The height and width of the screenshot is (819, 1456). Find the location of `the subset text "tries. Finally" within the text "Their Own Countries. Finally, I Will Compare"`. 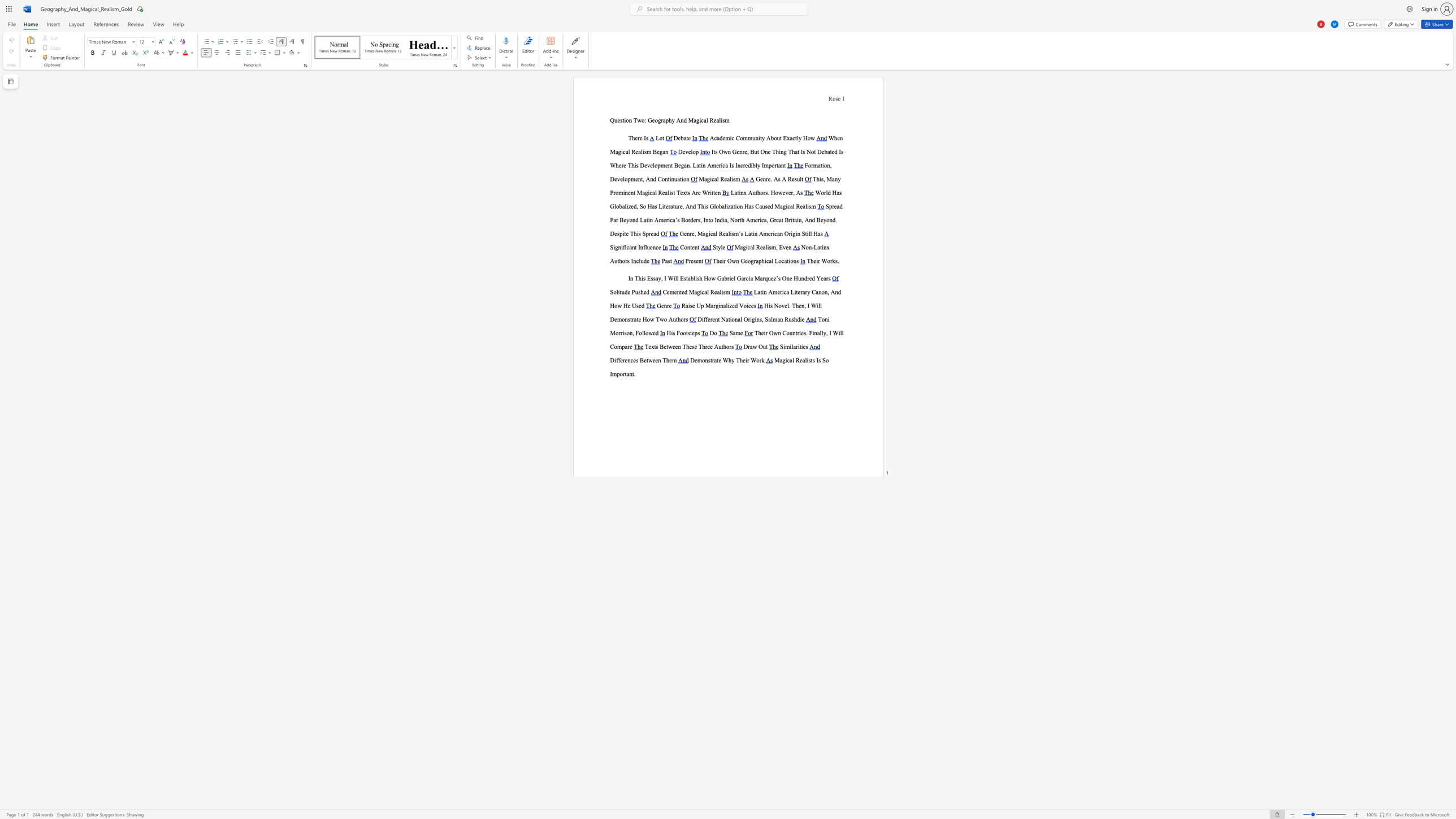

the subset text "tries. Finally" within the text "Their Own Countries. Finally, I Will Compare" is located at coordinates (795, 332).